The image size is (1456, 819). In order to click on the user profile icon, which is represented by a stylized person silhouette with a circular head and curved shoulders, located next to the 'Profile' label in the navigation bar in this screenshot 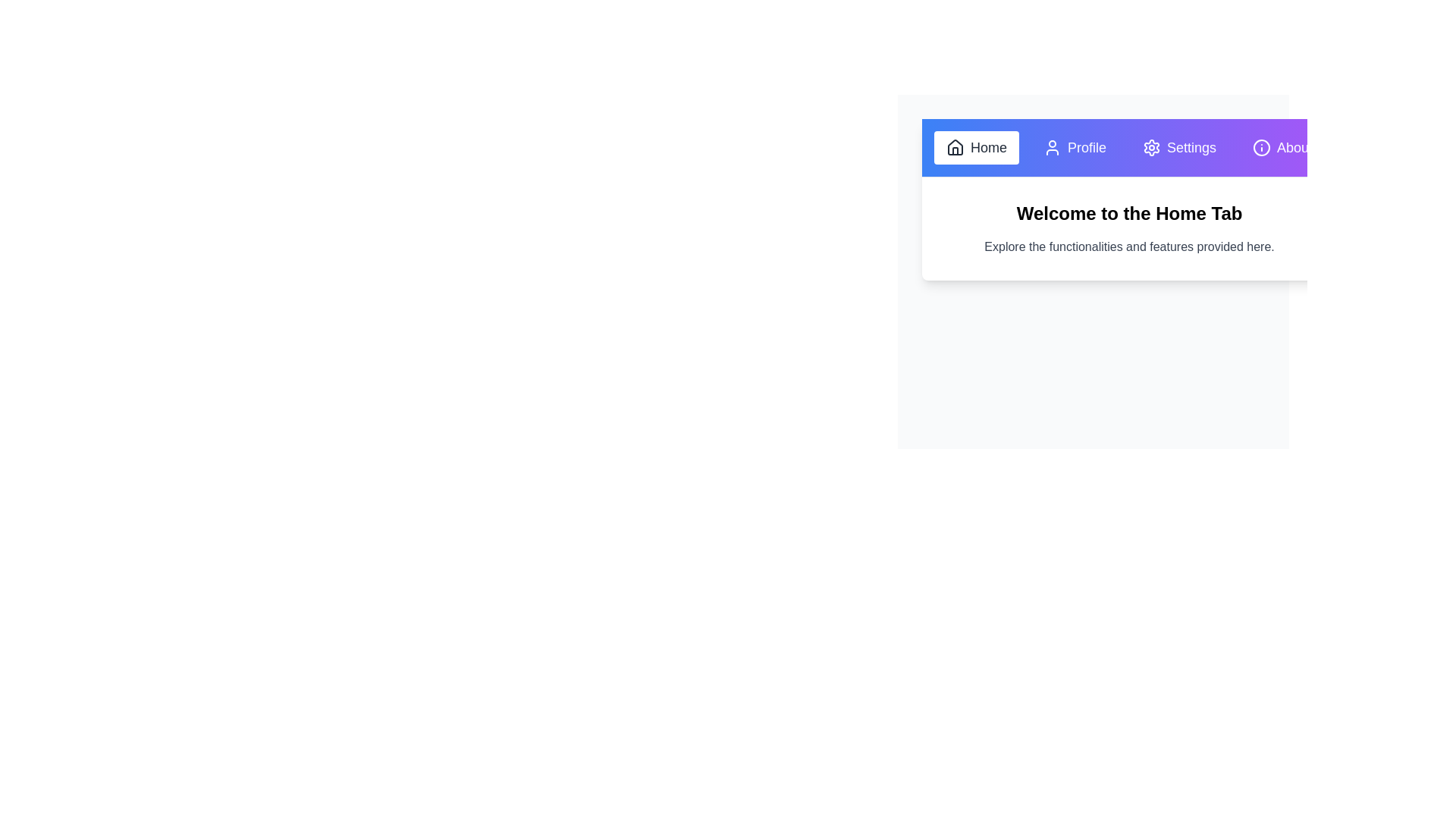, I will do `click(1051, 148)`.